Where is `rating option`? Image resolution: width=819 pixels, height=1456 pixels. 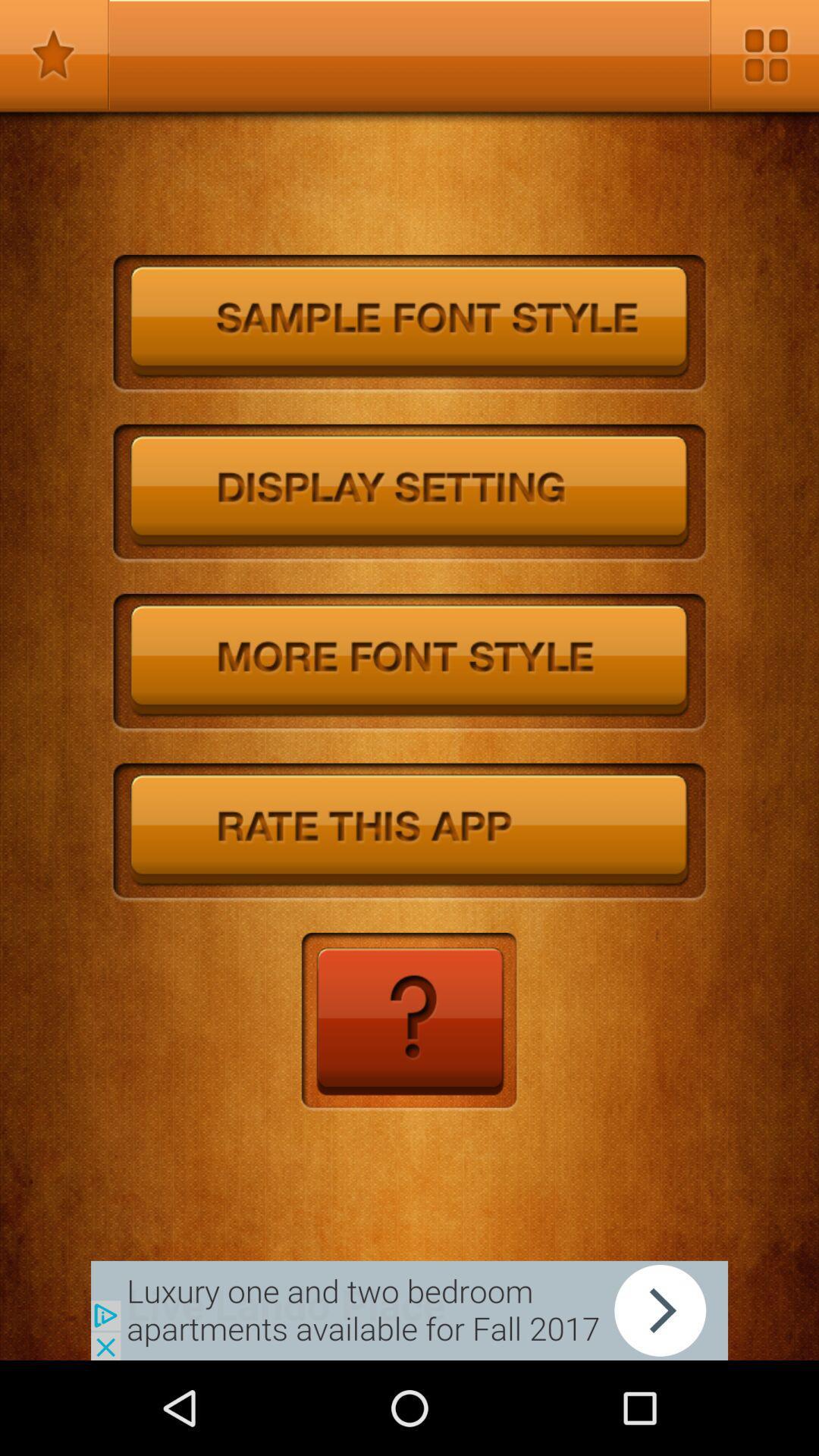
rating option is located at coordinates (409, 832).